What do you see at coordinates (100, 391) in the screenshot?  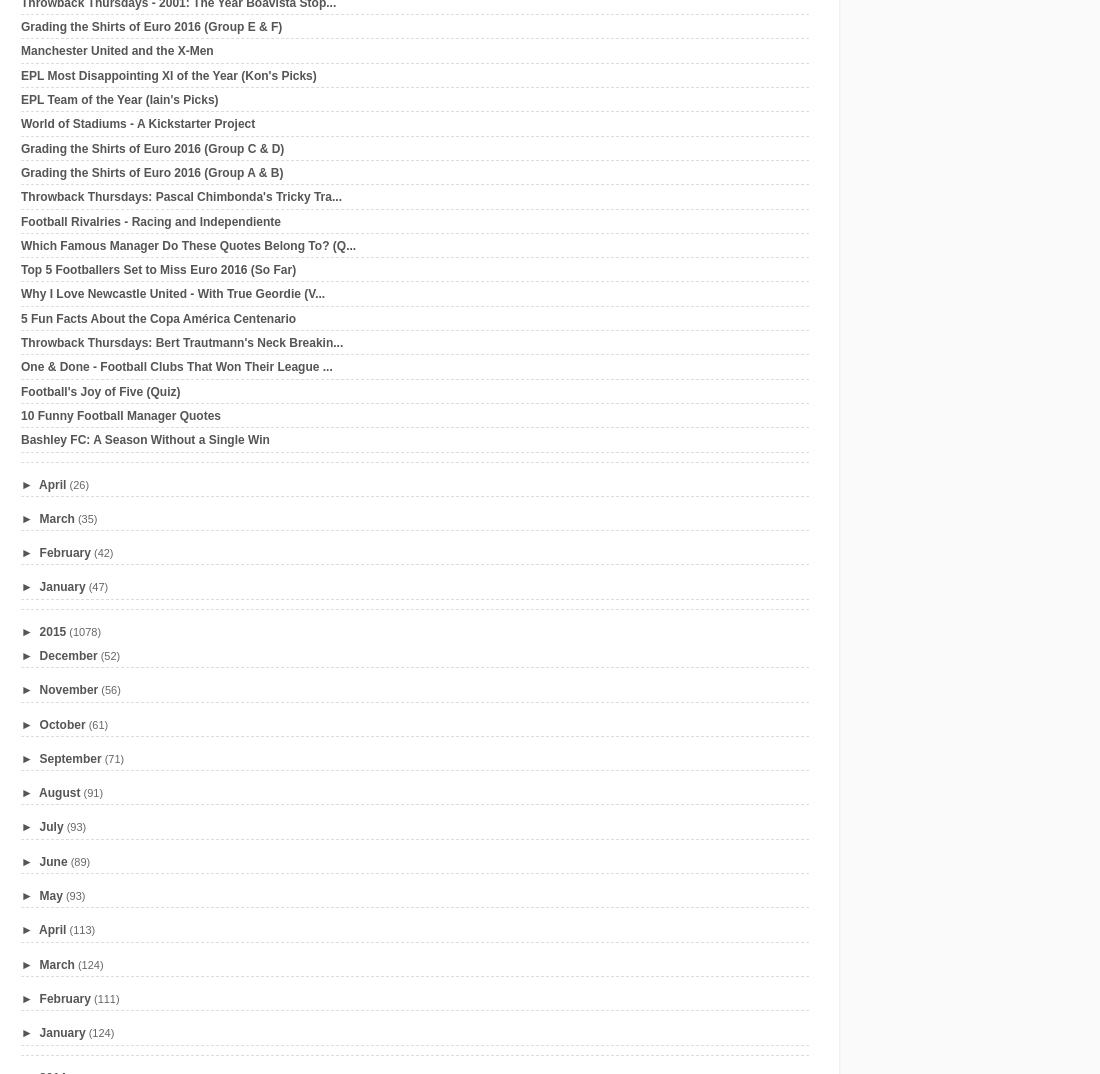 I see `'Football's Joy of Five (Quiz)'` at bounding box center [100, 391].